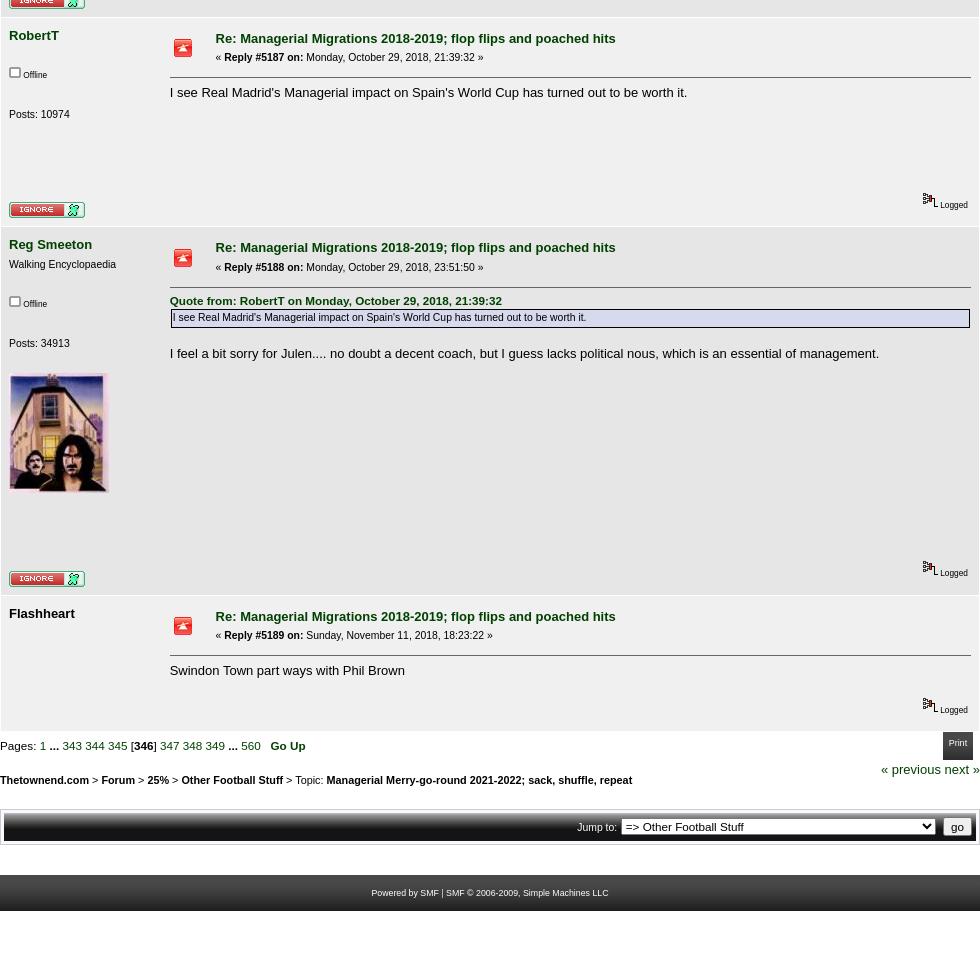  I want to click on '347', so click(168, 744).